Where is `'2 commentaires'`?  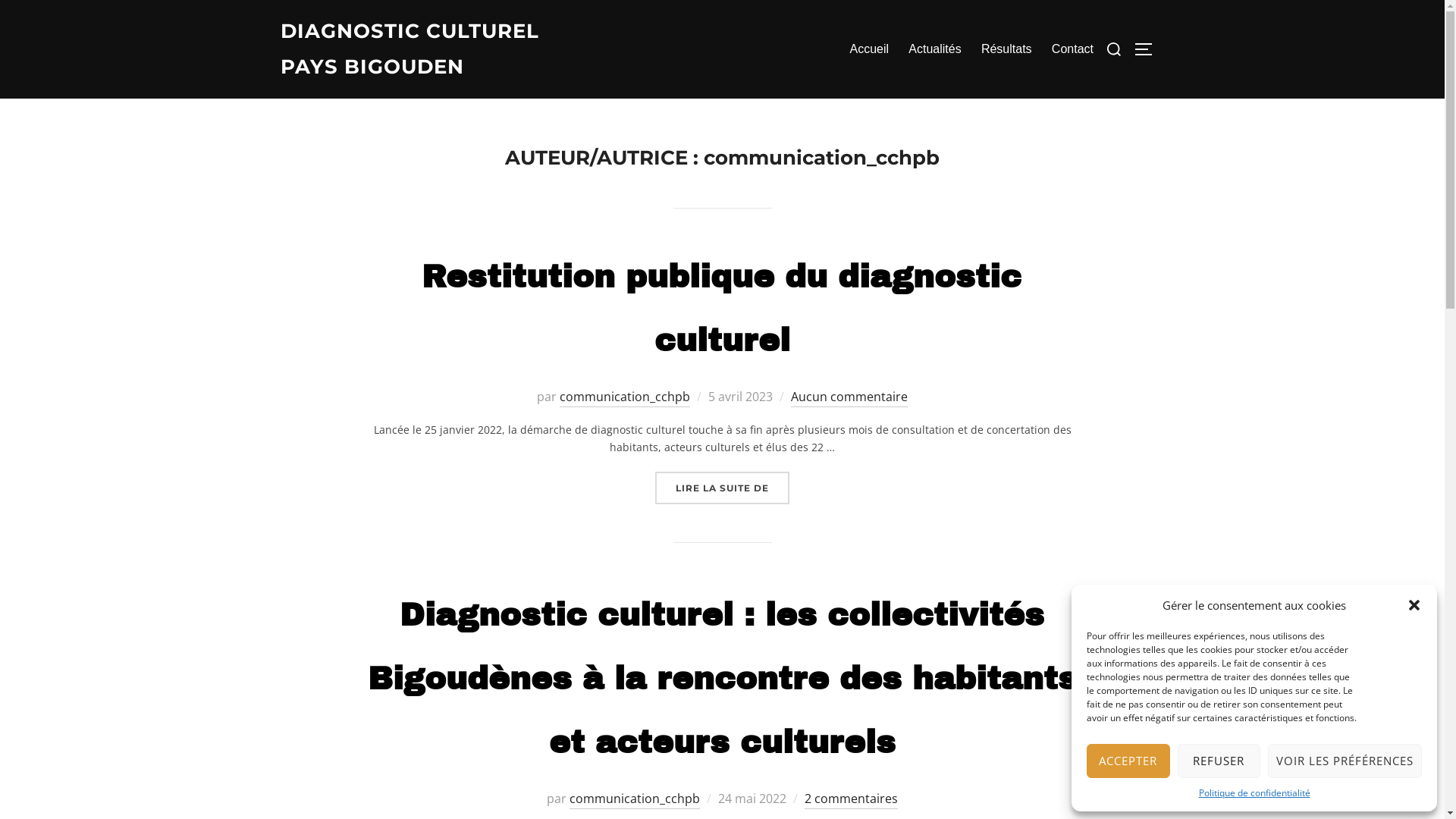 '2 commentaires' is located at coordinates (851, 799).